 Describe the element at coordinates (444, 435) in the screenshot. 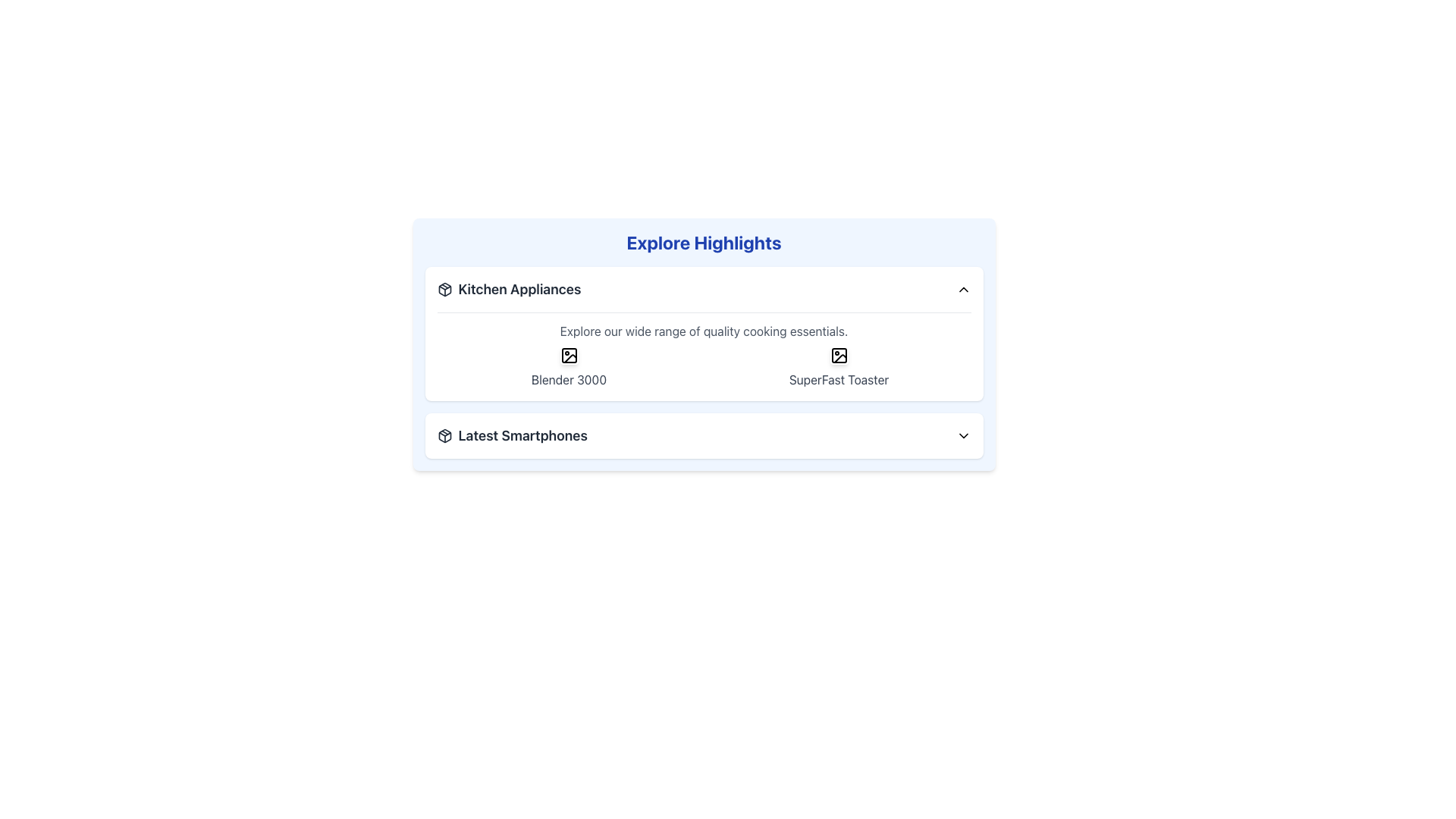

I see `the small, square-shaped icon resembling a package located to the left of the text 'Latest Smartphones' in the 'Explore Highlights' section` at that location.